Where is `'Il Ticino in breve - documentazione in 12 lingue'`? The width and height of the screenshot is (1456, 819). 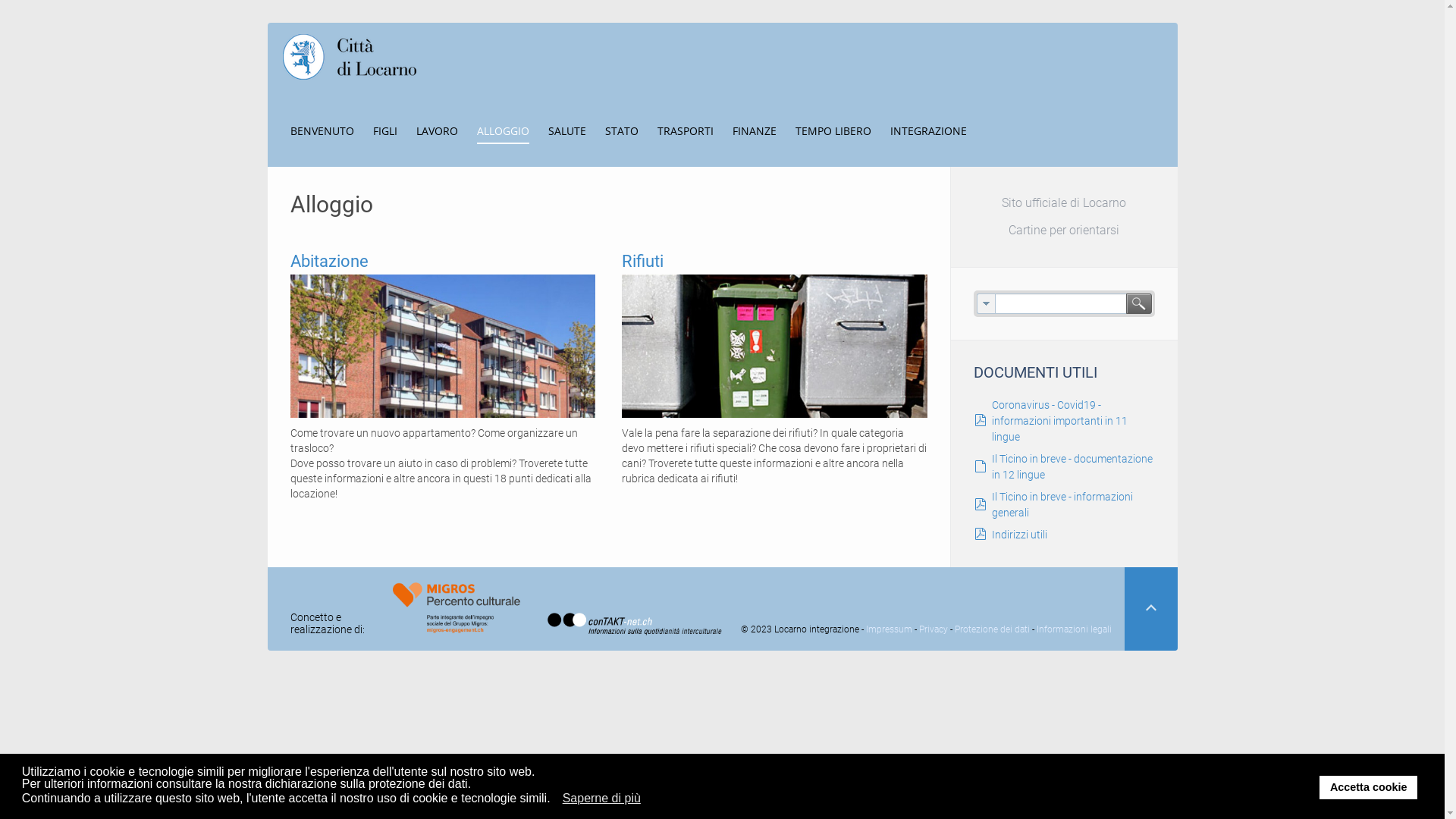
'Il Ticino in breve - documentazione in 12 lingue' is located at coordinates (1072, 466).